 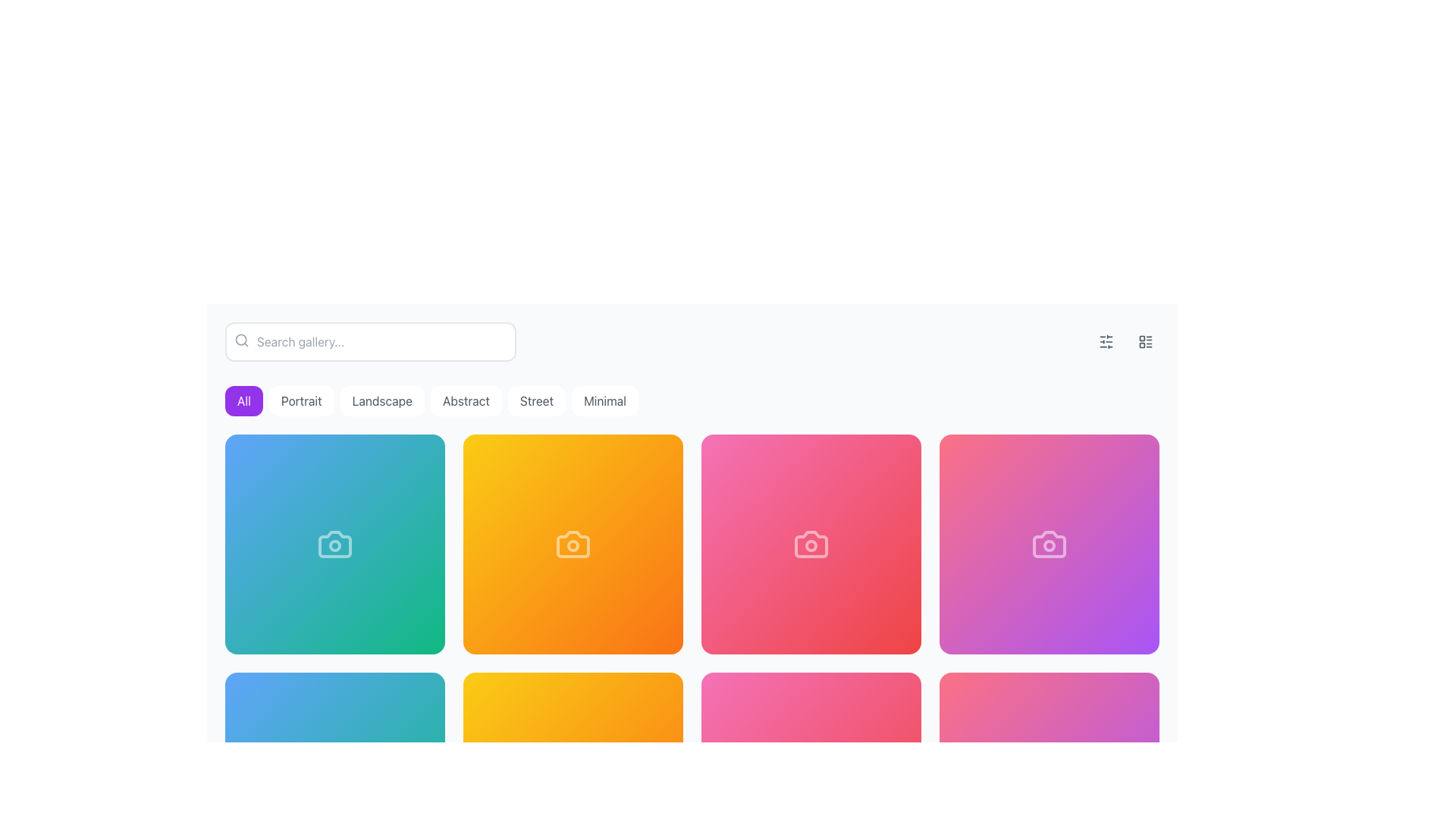 I want to click on the camera icon located in the center of the second pink tile in the second row of the grid layout, so click(x=811, y=543).